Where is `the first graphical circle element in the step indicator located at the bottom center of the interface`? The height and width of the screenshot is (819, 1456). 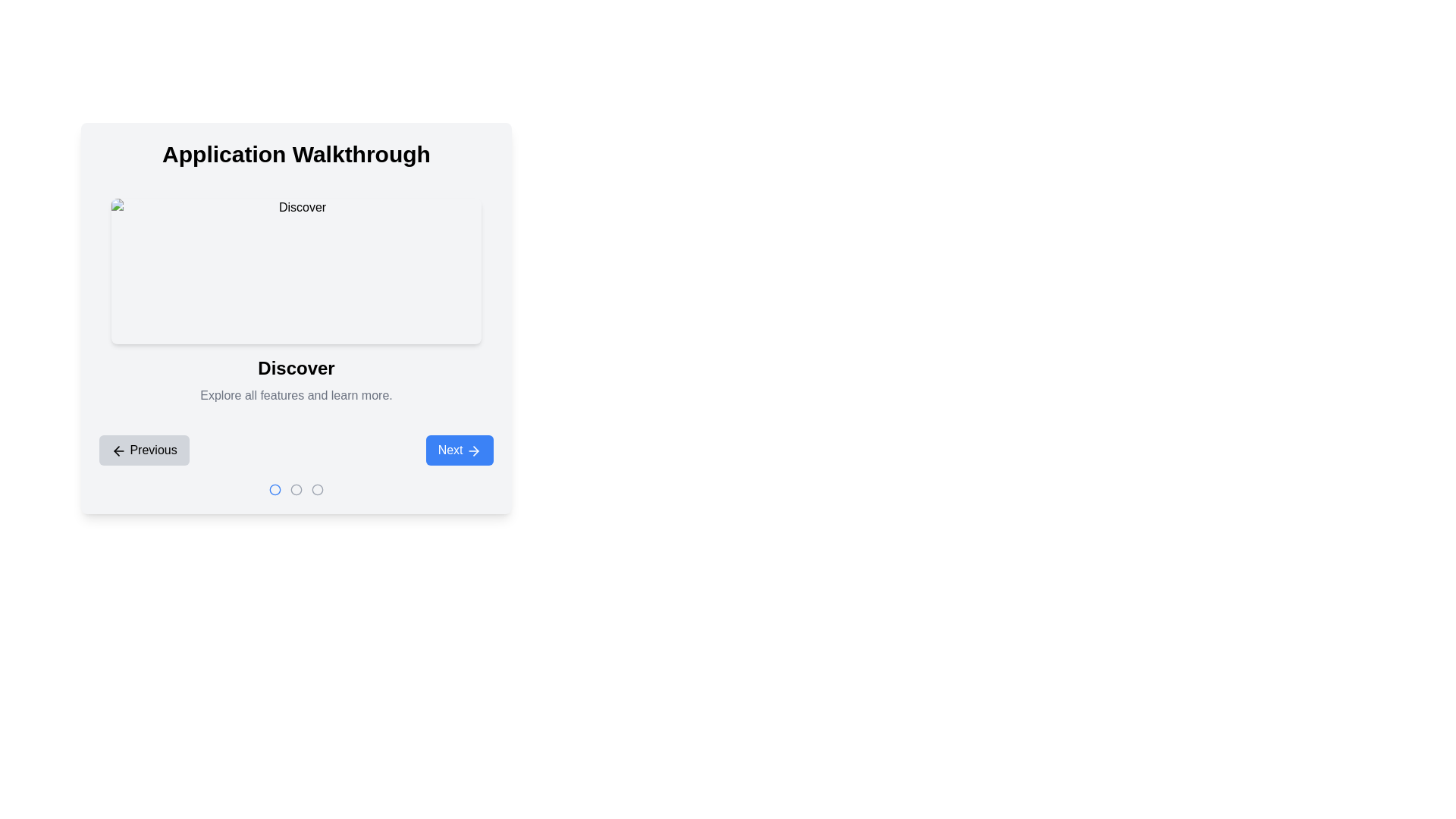
the first graphical circle element in the step indicator located at the bottom center of the interface is located at coordinates (275, 489).